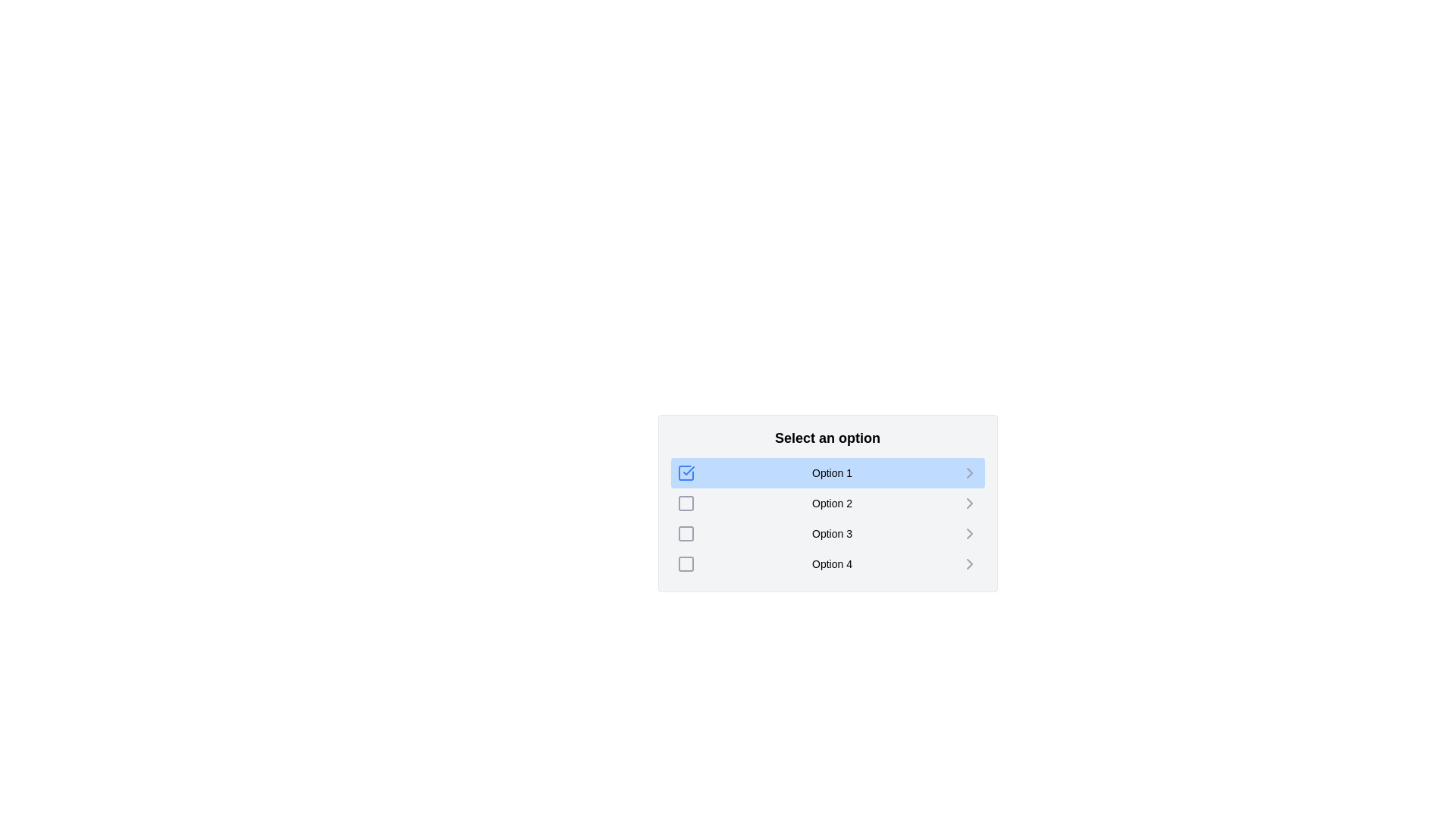 The width and height of the screenshot is (1456, 819). Describe the element at coordinates (827, 533) in the screenshot. I see `the menu option labeled 'Option 3'` at that location.